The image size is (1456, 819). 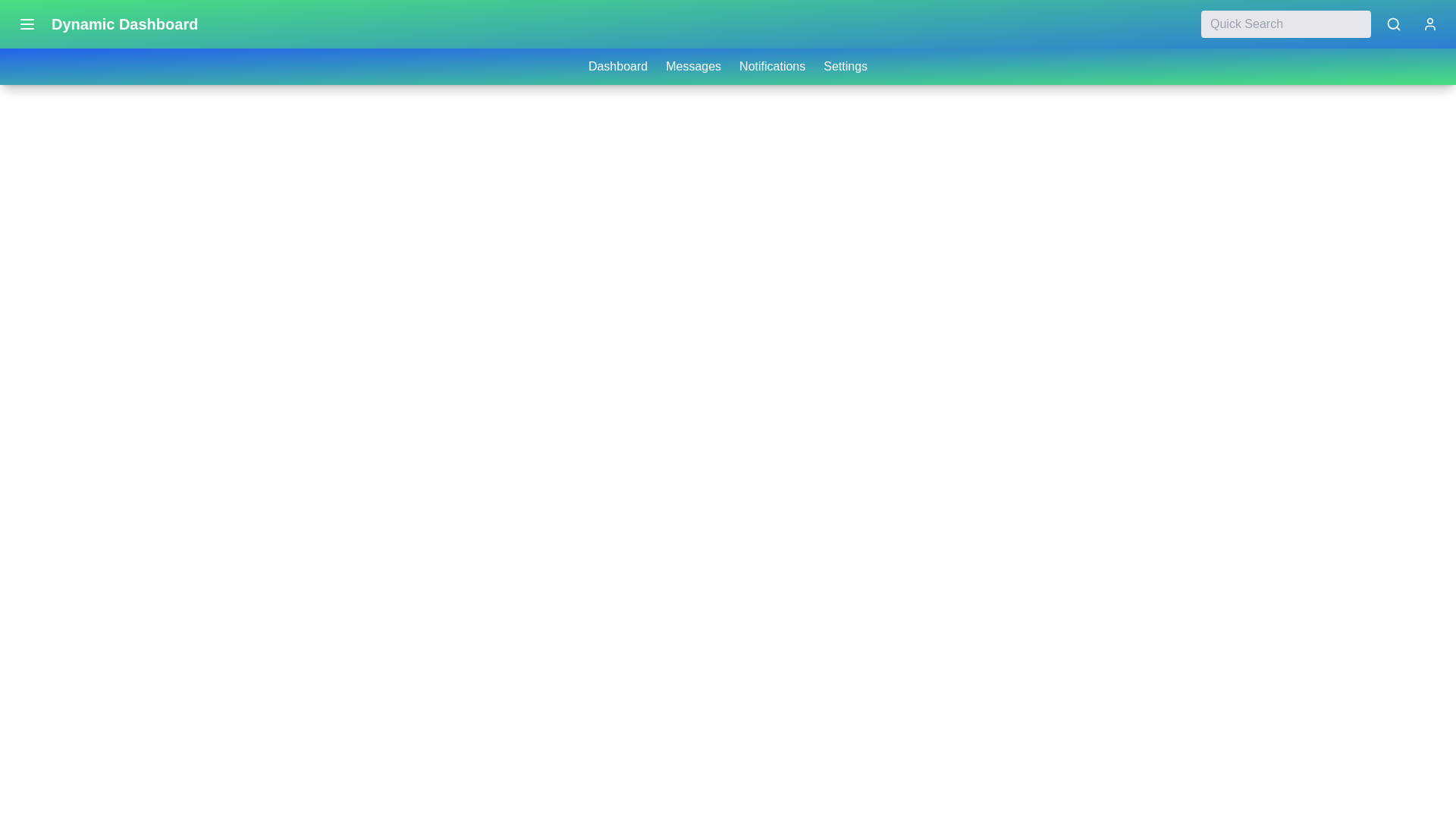 I want to click on the magnifying glass icon in the top-right corner of the interface, so click(x=1394, y=24).